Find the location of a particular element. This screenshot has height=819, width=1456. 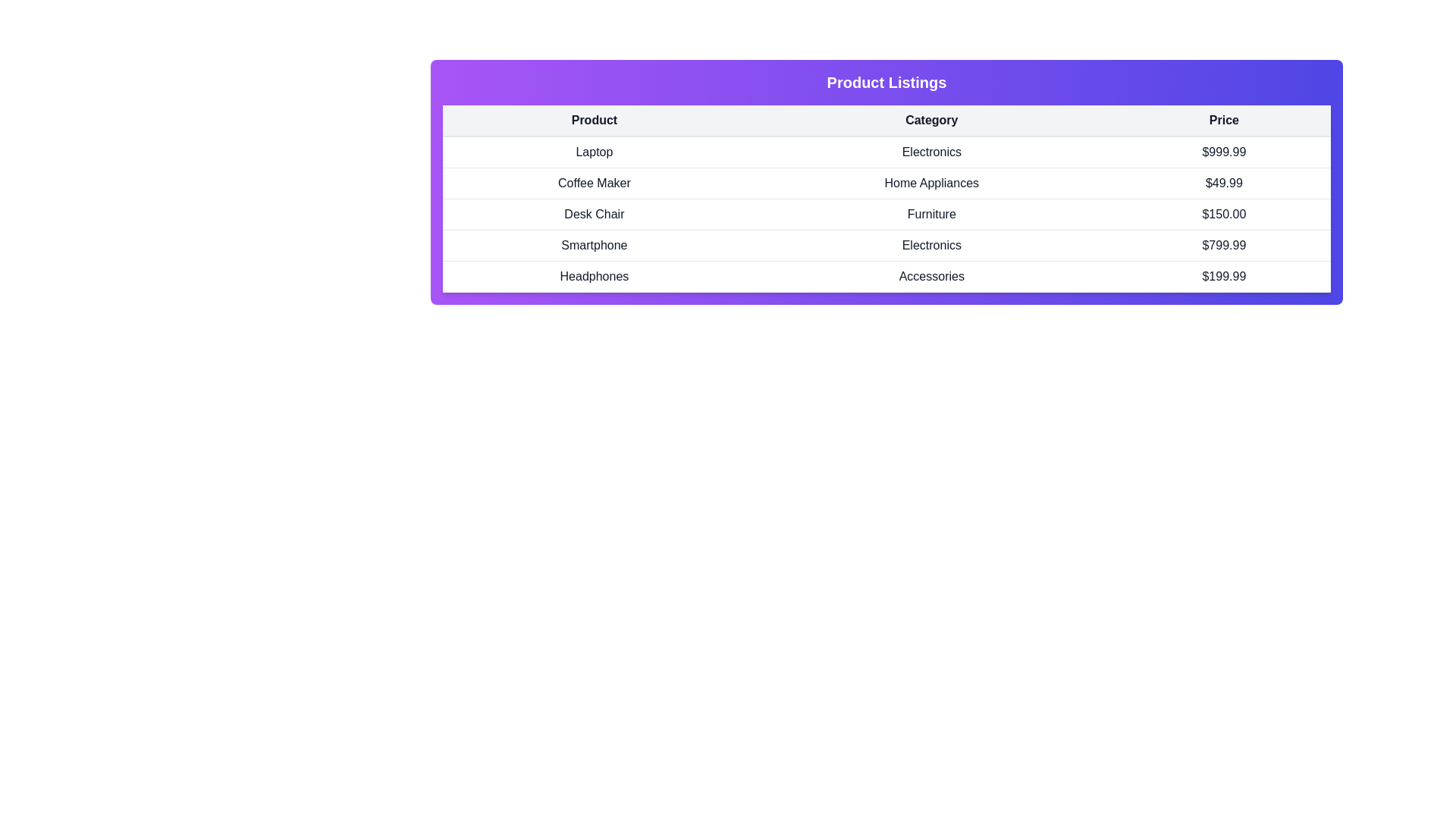

the 'Category' header in the table, which is located between the 'Product' and 'Price' headers is located at coordinates (930, 120).